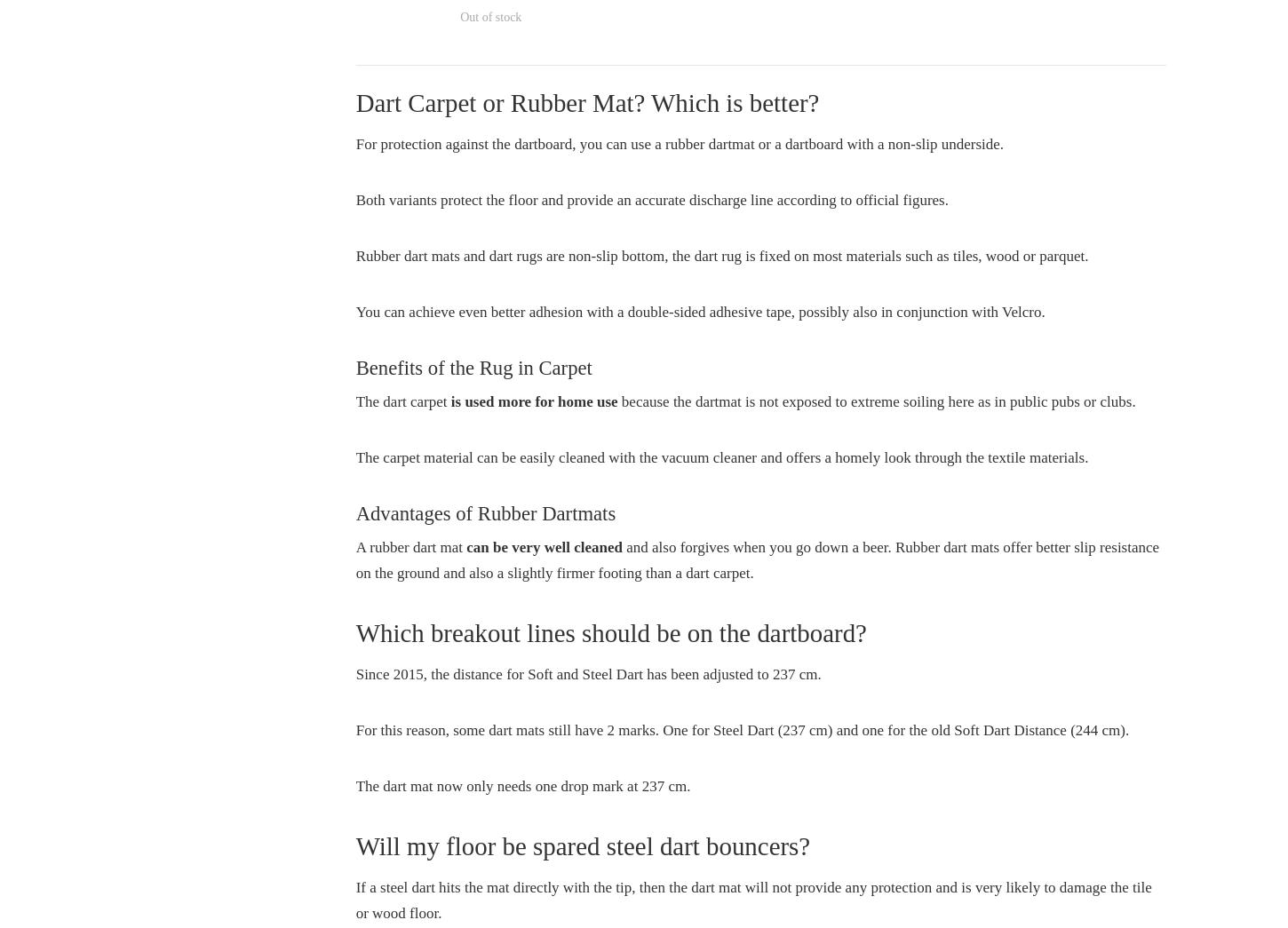 This screenshot has height=928, width=1288. Describe the element at coordinates (680, 143) in the screenshot. I see `'For protection against the dartboard, you can use a rubber dartmat or a dartboard with a non-slip underside.'` at that location.